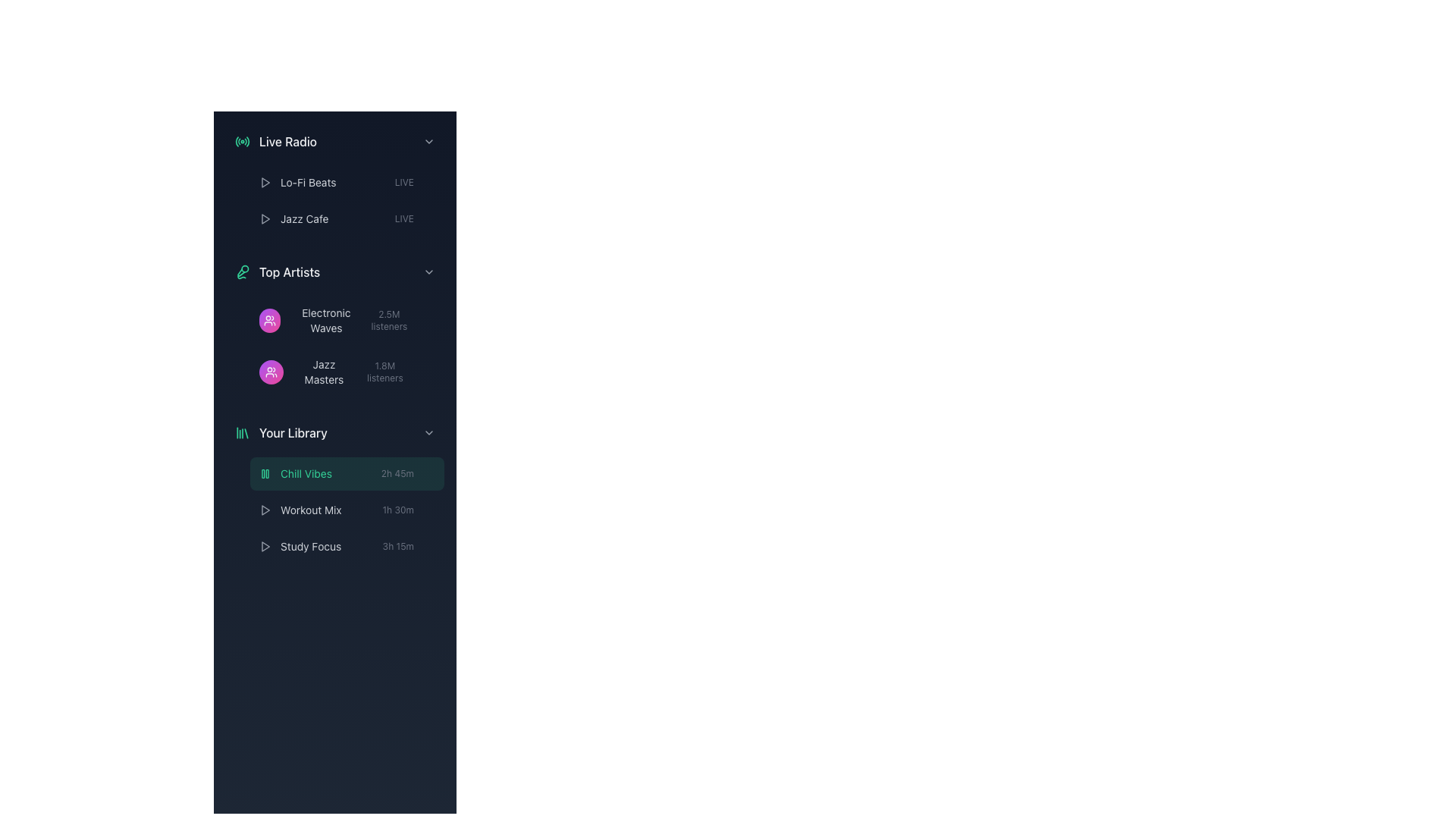 This screenshot has height=819, width=1456. I want to click on the interactive play button icon for 'Lo-Fi Beats', so click(265, 219).